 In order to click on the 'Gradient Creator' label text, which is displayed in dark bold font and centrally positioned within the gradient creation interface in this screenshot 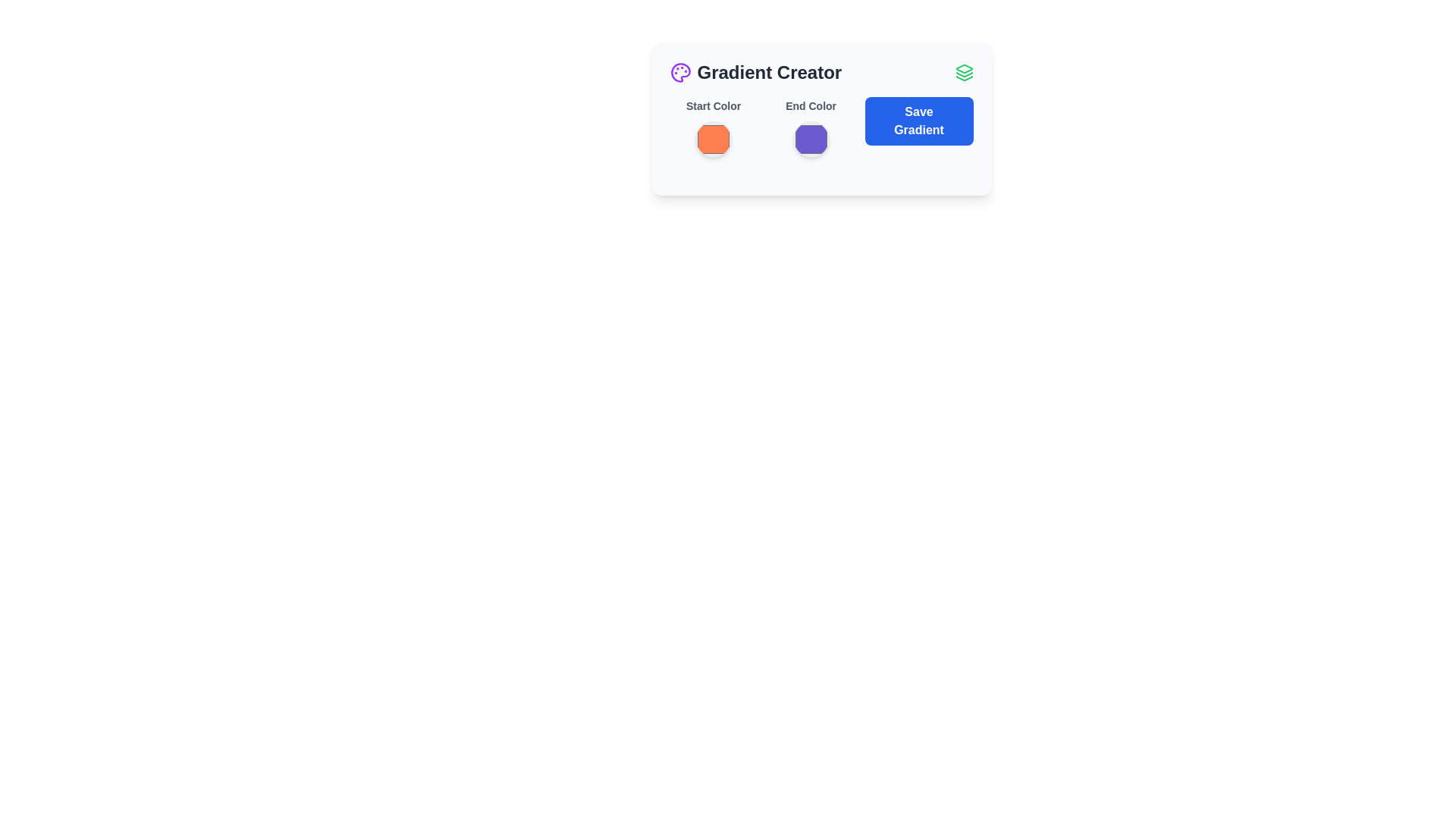, I will do `click(769, 73)`.